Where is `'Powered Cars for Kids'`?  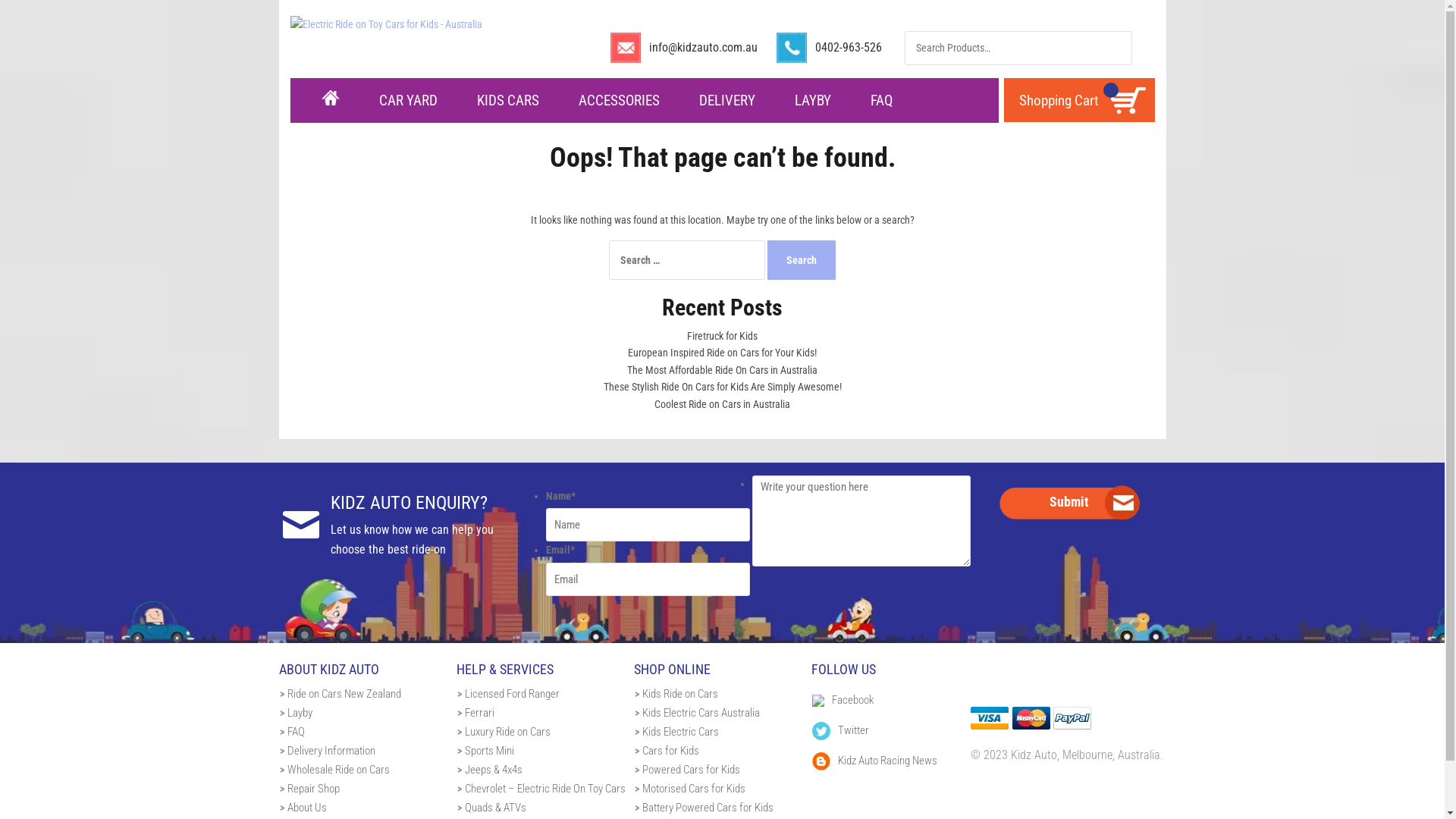
'Powered Cars for Kids' is located at coordinates (641, 769).